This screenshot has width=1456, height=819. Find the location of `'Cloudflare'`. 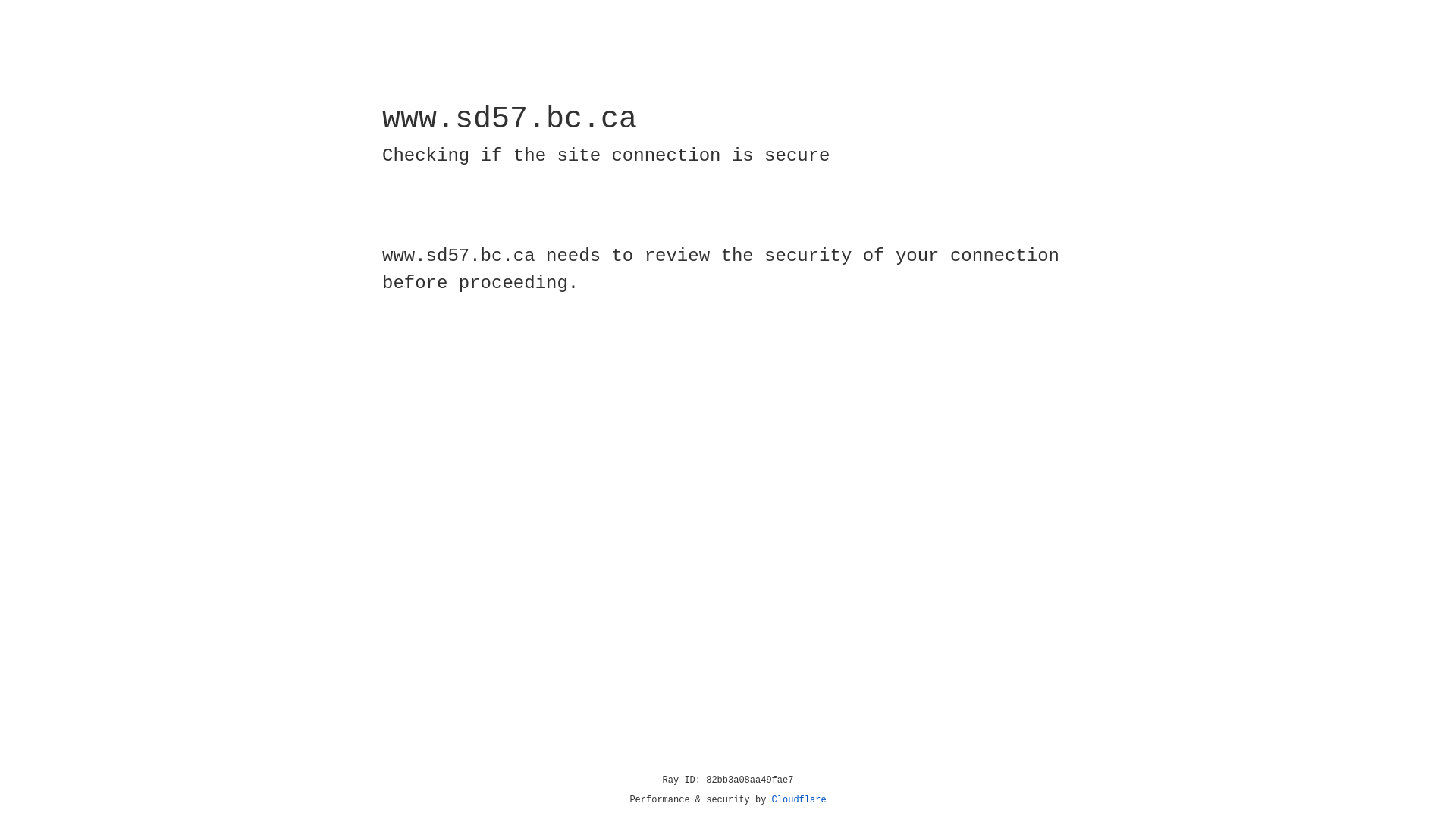

'Cloudflare' is located at coordinates (799, 799).